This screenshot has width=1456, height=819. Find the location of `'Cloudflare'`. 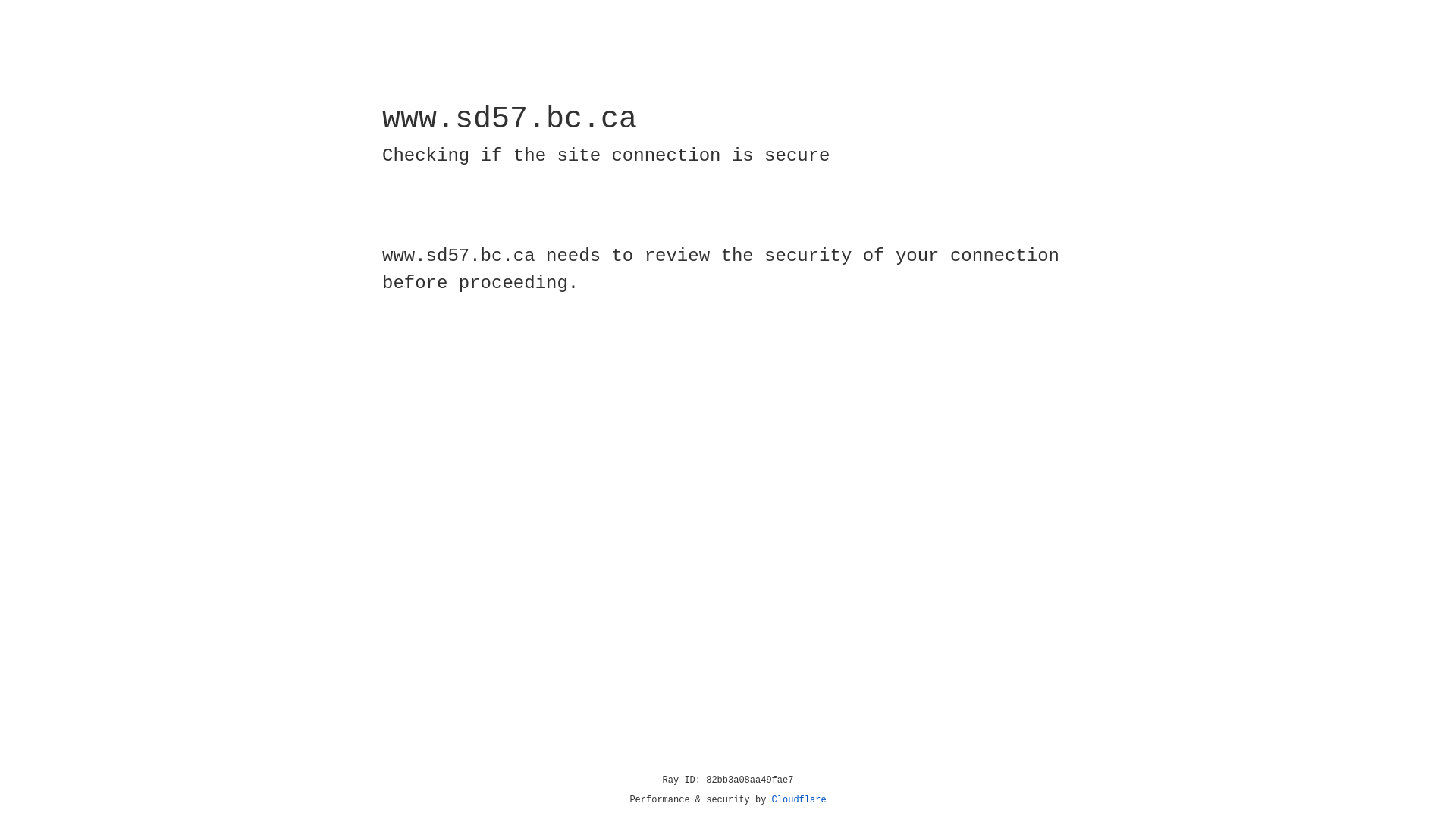

'Cloudflare' is located at coordinates (799, 799).